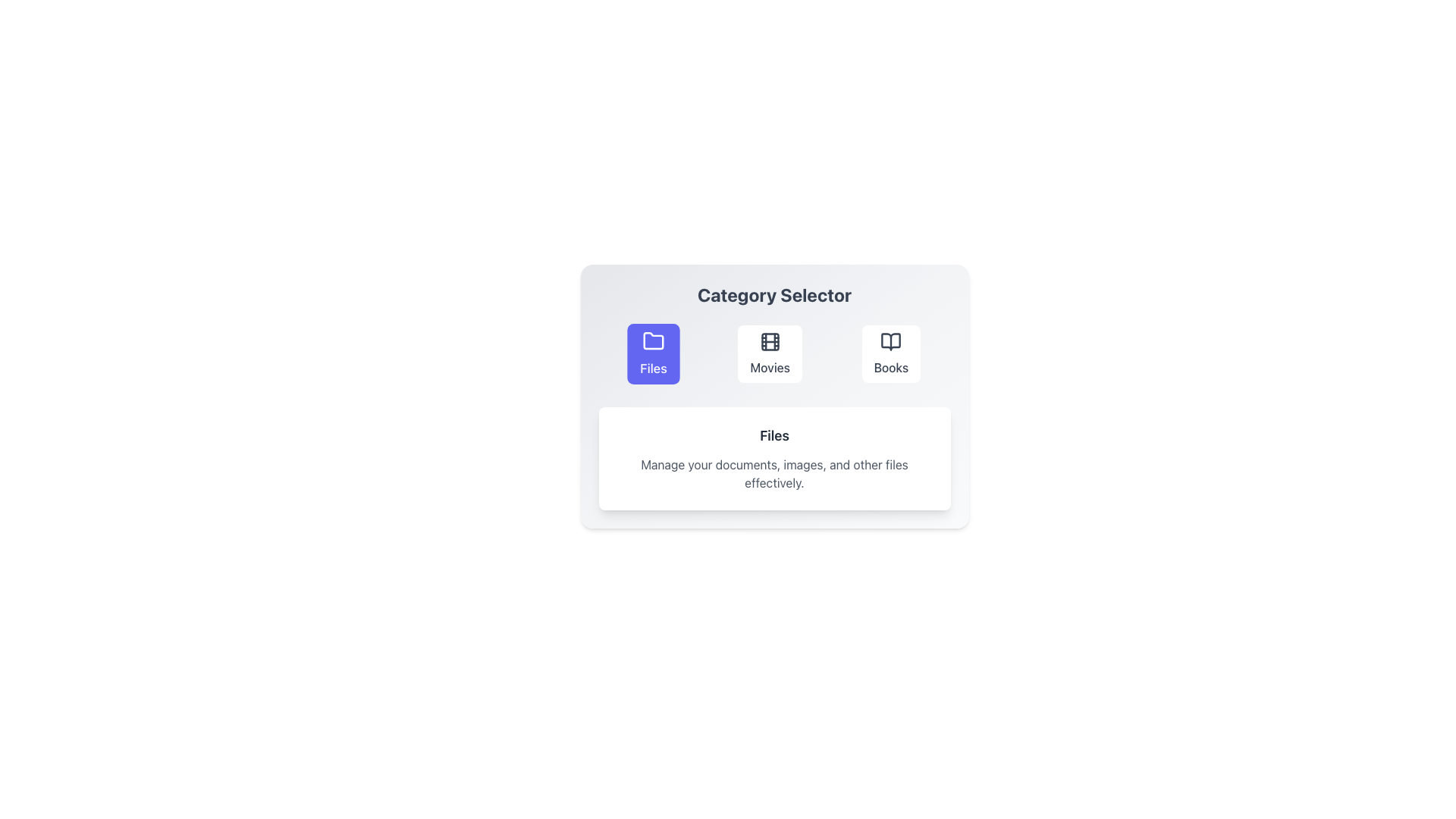  What do you see at coordinates (770, 342) in the screenshot?
I see `the film icon located in the center of the Movies category tile` at bounding box center [770, 342].